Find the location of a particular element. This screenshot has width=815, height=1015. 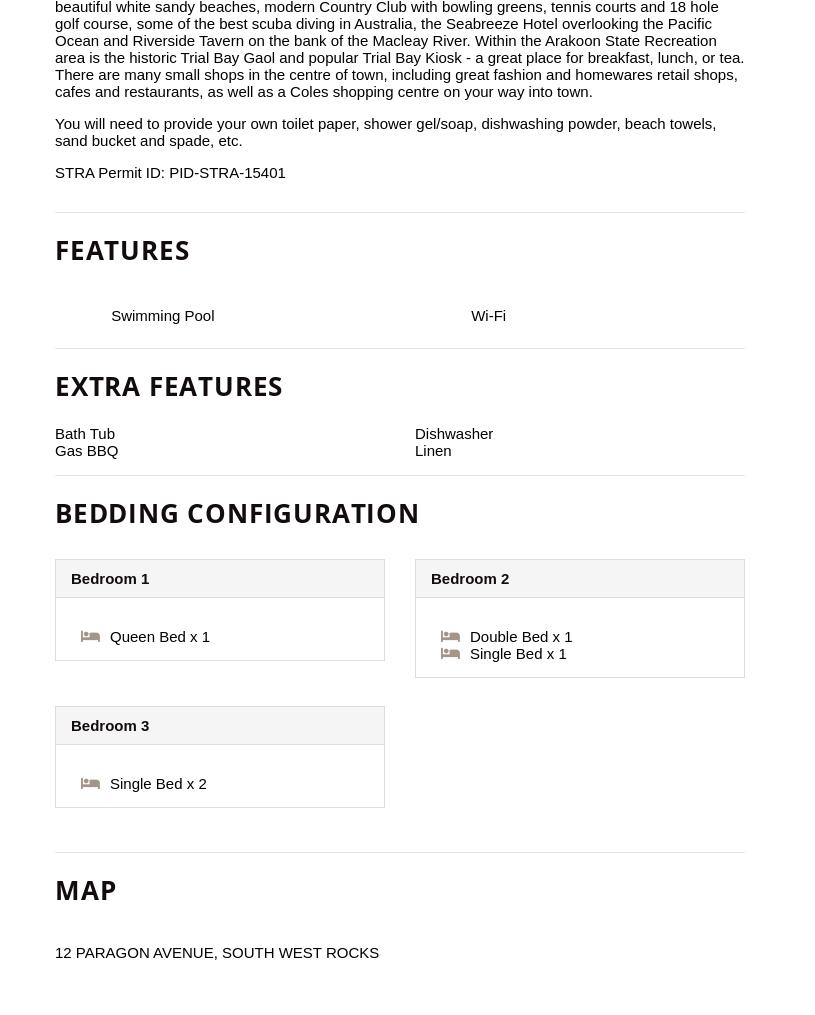

'Gas BBQ' is located at coordinates (85, 449).